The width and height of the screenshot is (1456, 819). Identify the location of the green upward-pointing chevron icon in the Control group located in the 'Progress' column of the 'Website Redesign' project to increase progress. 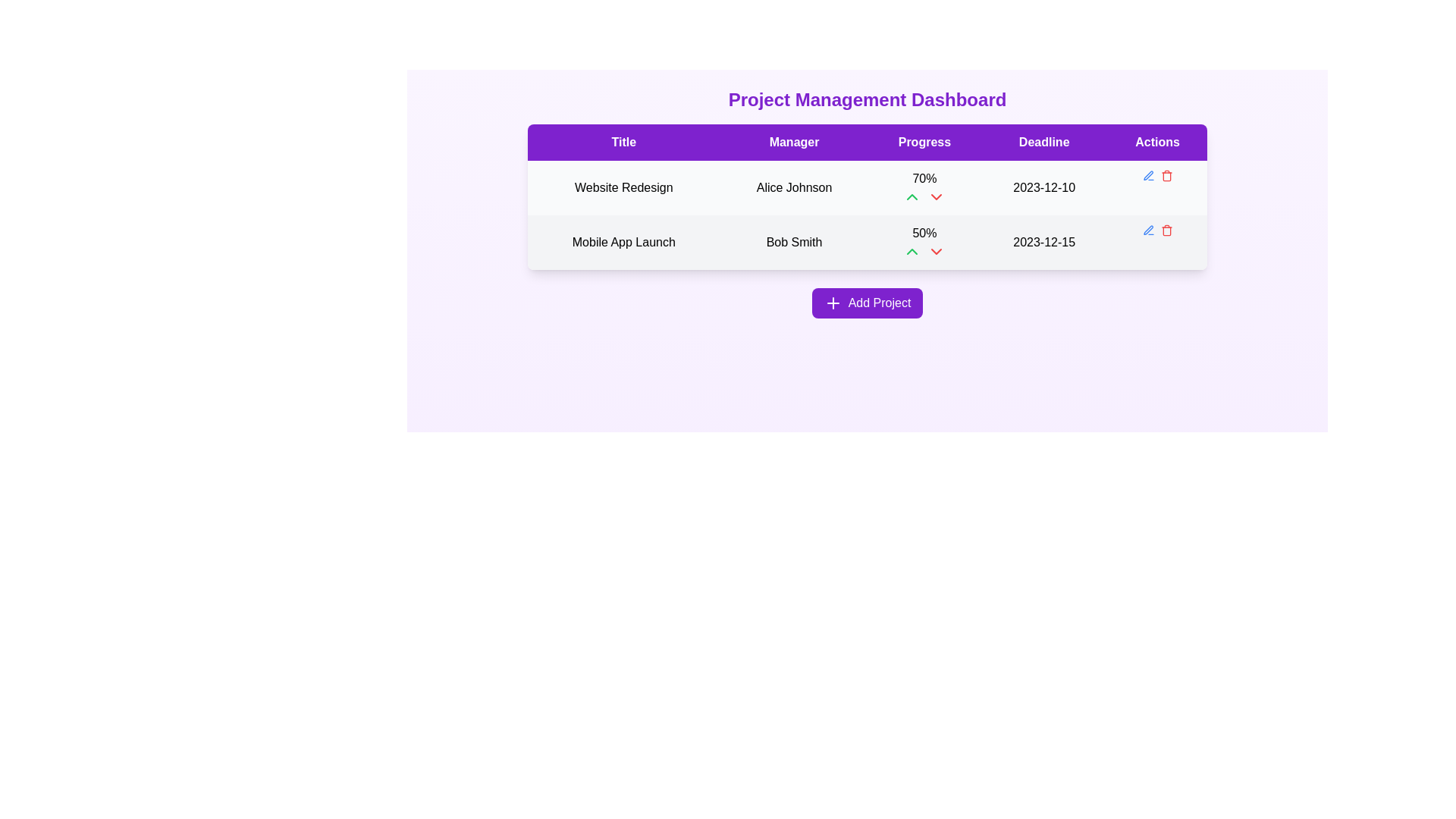
(924, 196).